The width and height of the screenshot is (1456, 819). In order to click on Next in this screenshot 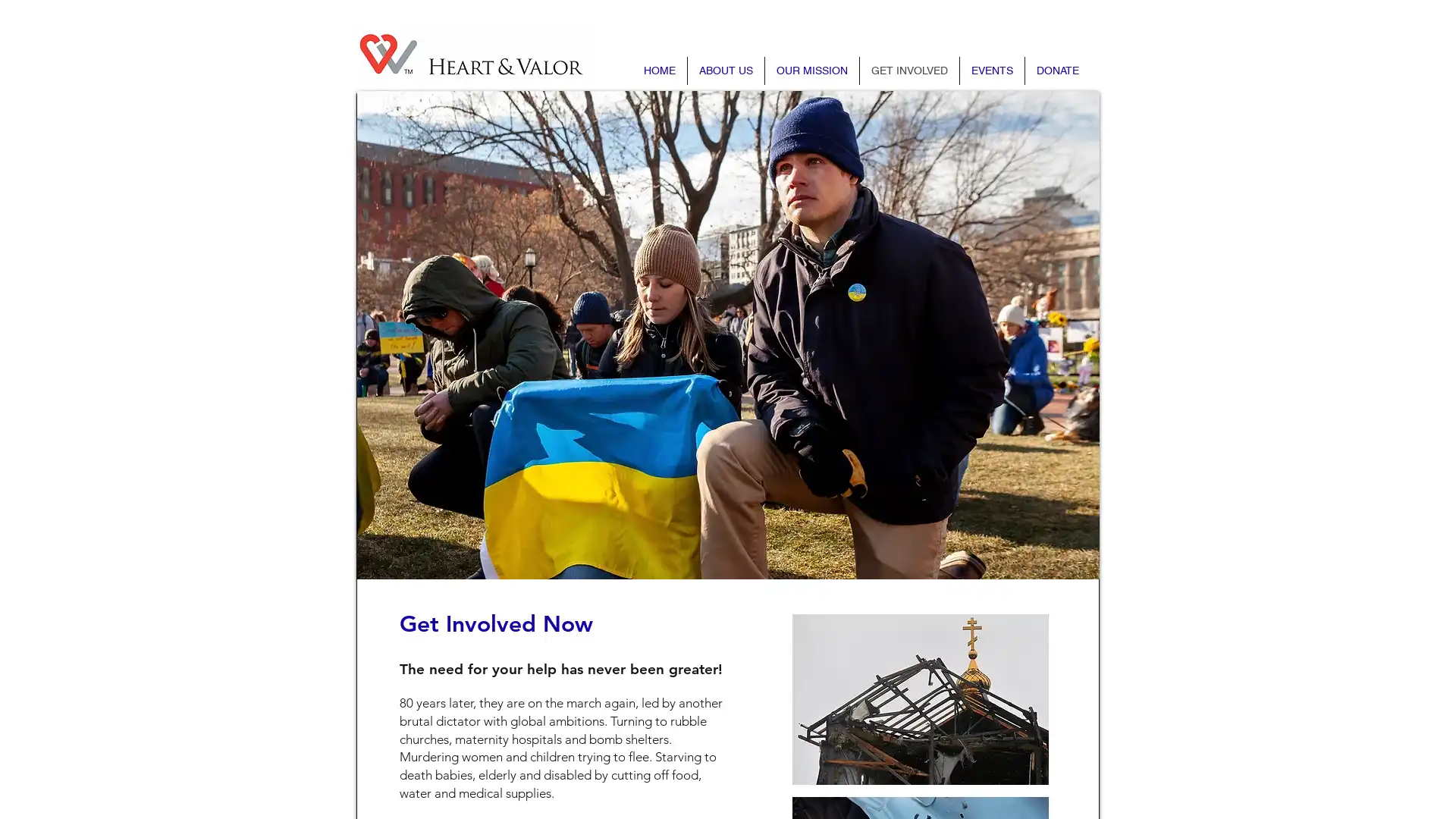, I will do `click(1043, 334)`.